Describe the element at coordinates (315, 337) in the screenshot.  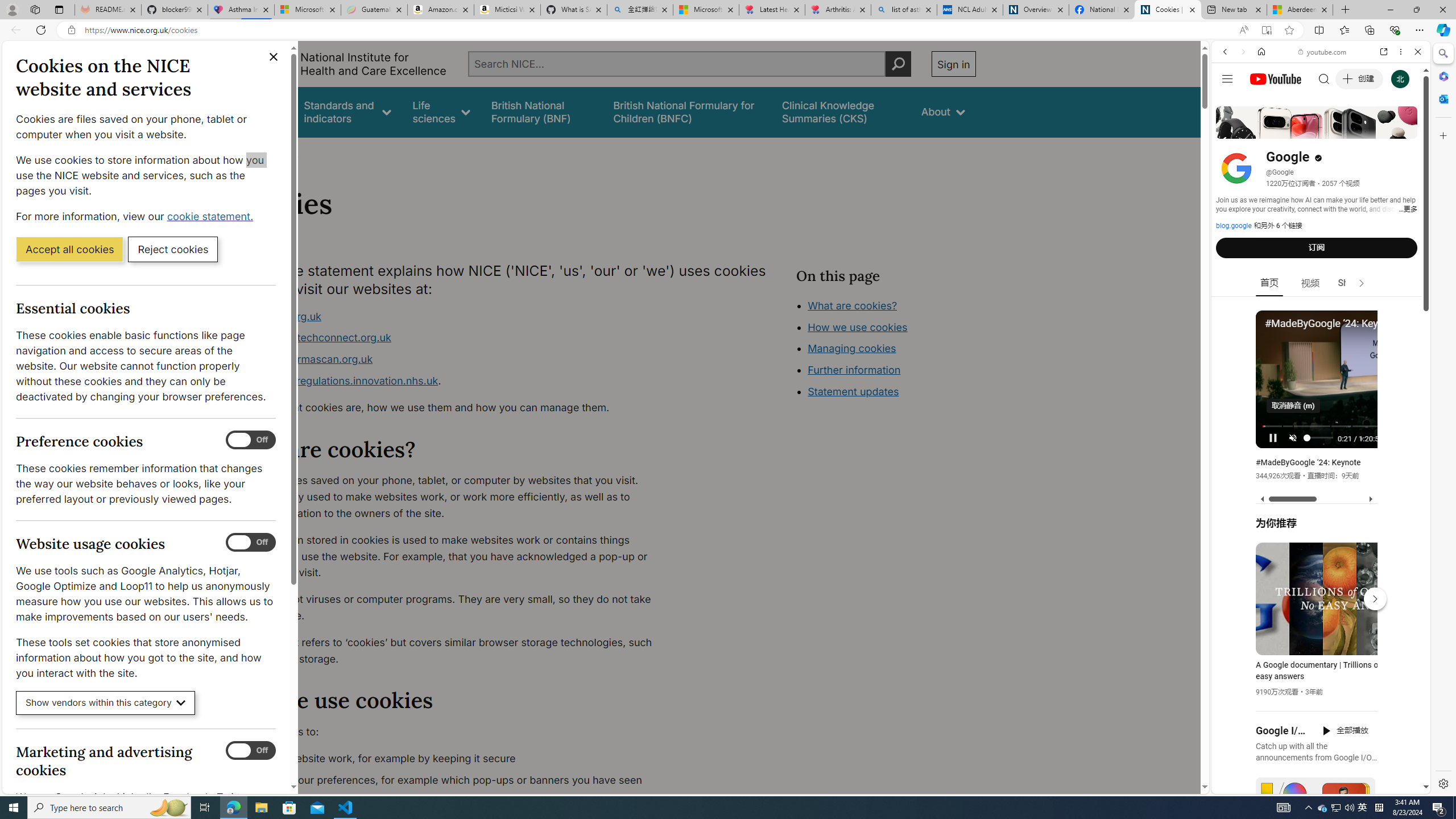
I see `'www.healthtechconnect.org.uk'` at that location.